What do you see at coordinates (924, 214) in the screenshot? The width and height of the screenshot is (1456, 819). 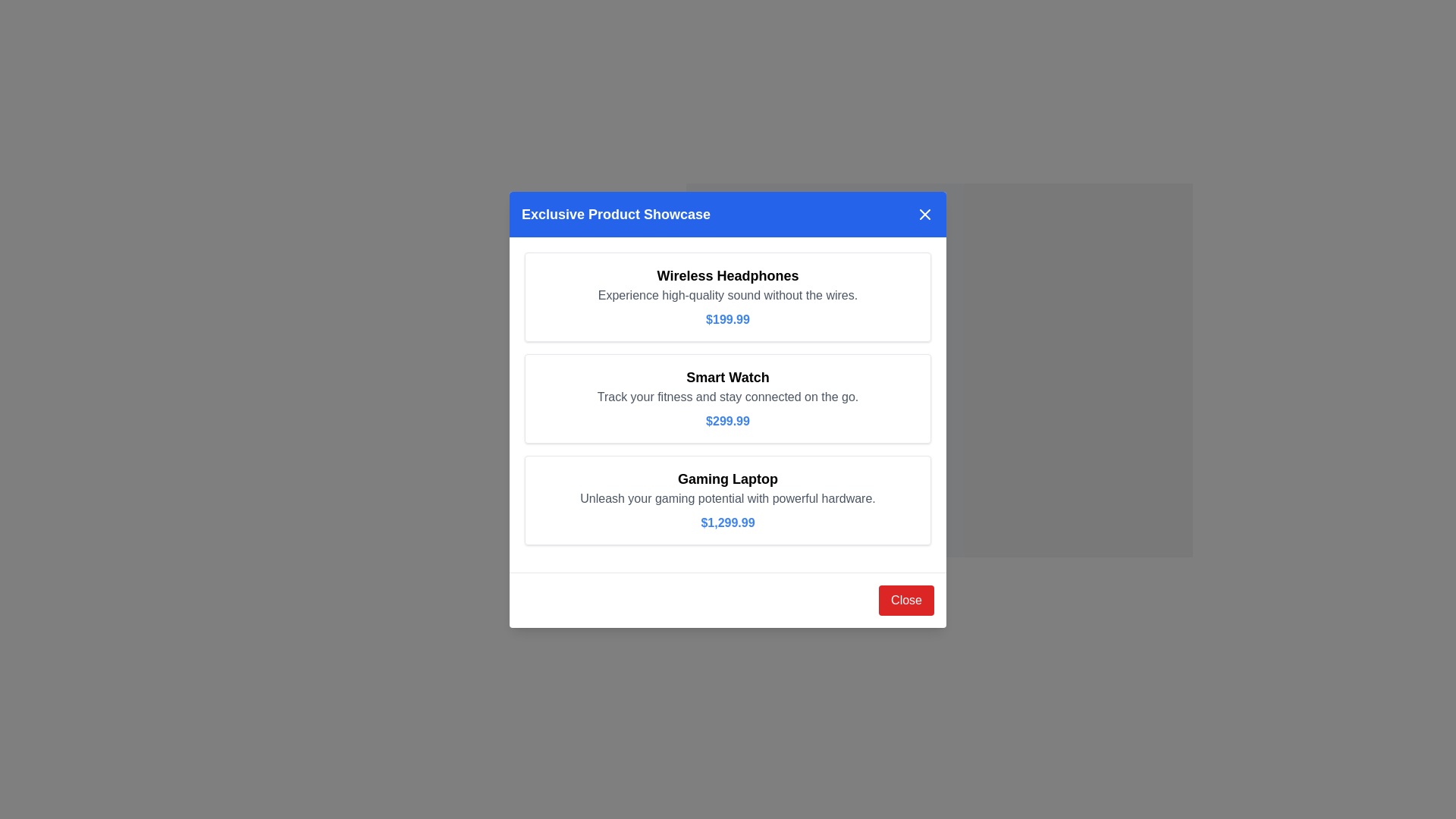 I see `the blue close button with a white 'X' icon located in the top-right corner of the header bar titled 'Exclusive Product Showcase'` at bounding box center [924, 214].